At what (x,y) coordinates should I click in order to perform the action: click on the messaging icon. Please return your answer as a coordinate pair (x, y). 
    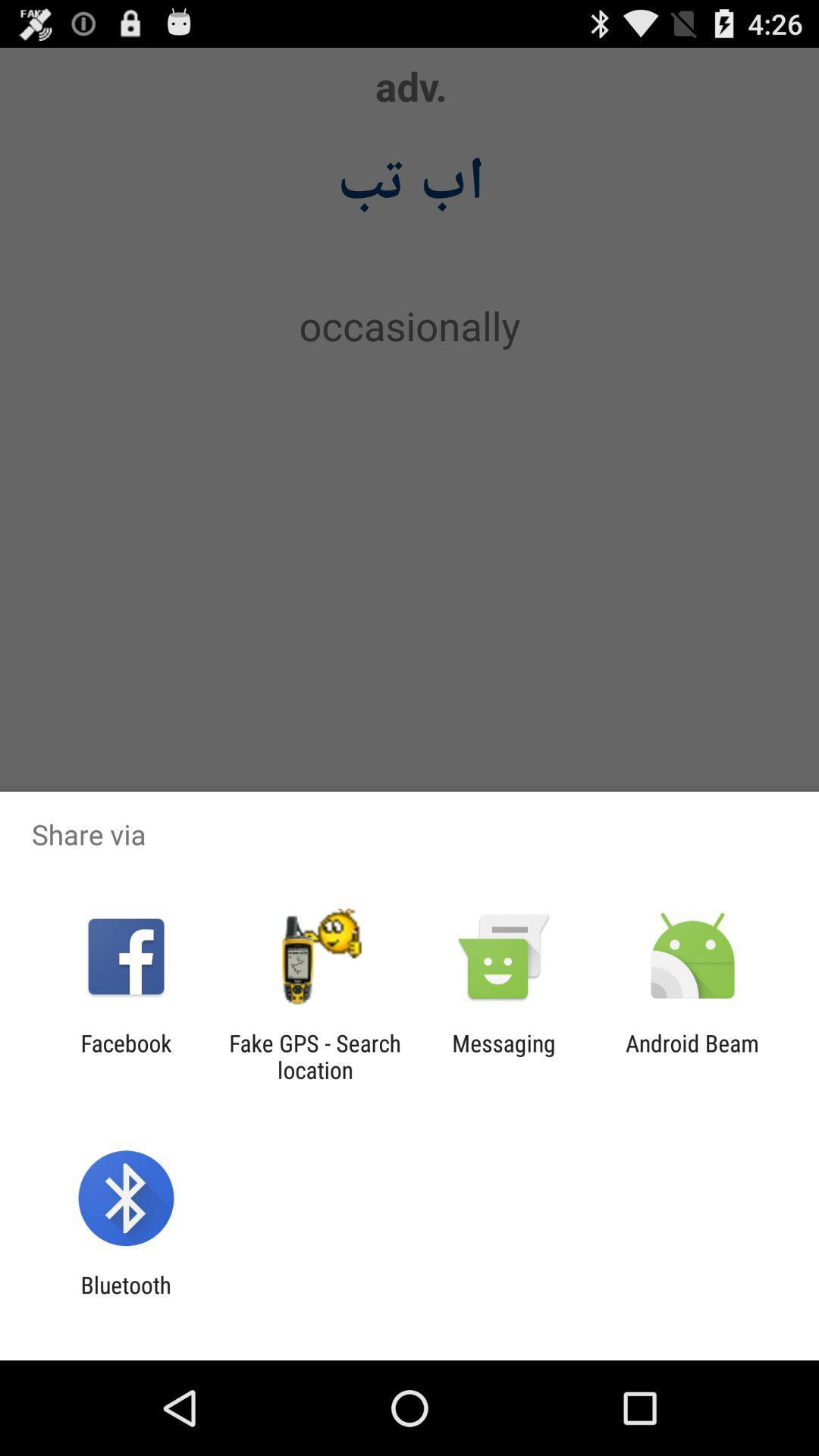
    Looking at the image, I should click on (504, 1056).